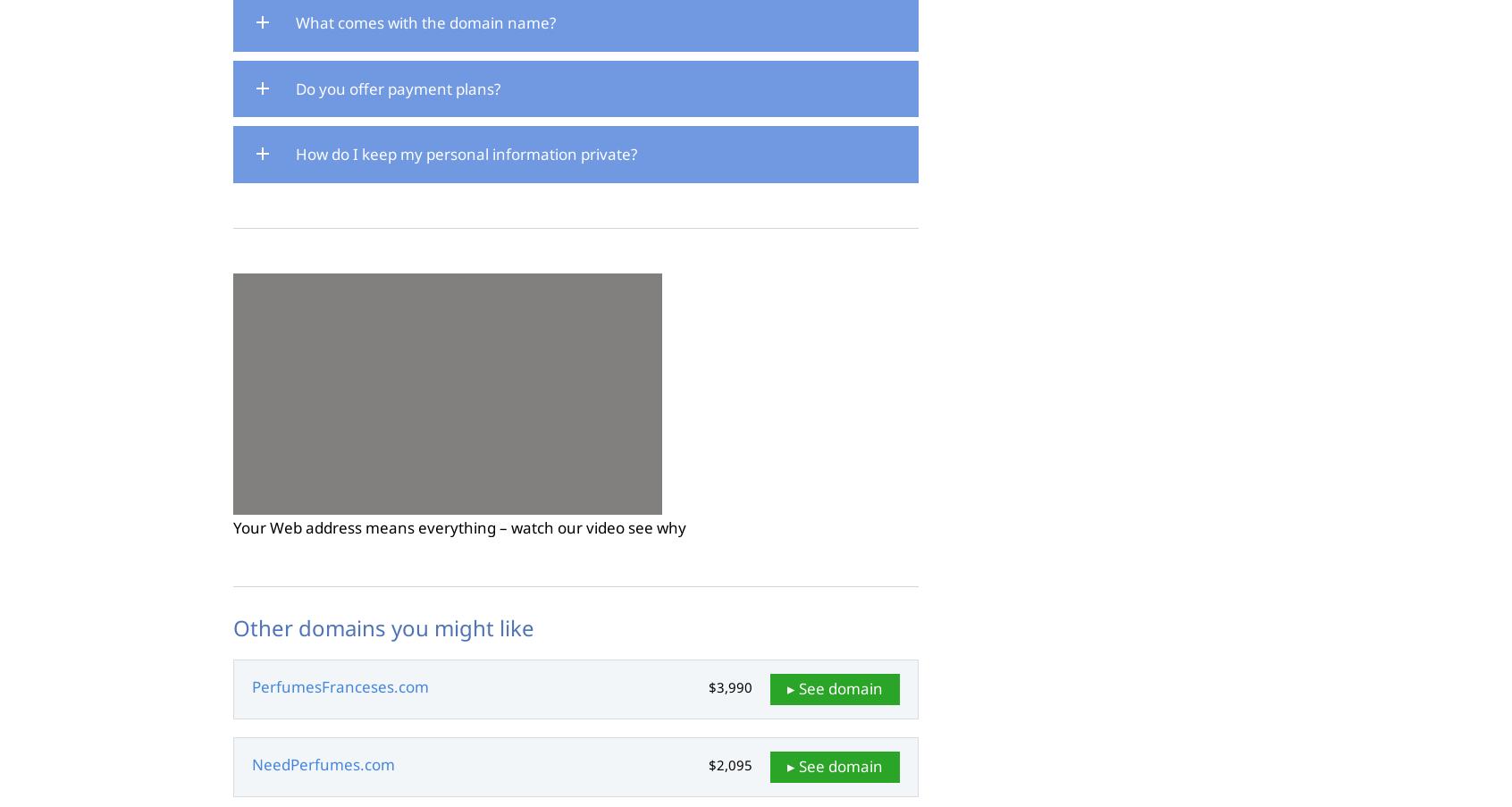  What do you see at coordinates (340, 686) in the screenshot?
I see `'PerfumesFranceses.com'` at bounding box center [340, 686].